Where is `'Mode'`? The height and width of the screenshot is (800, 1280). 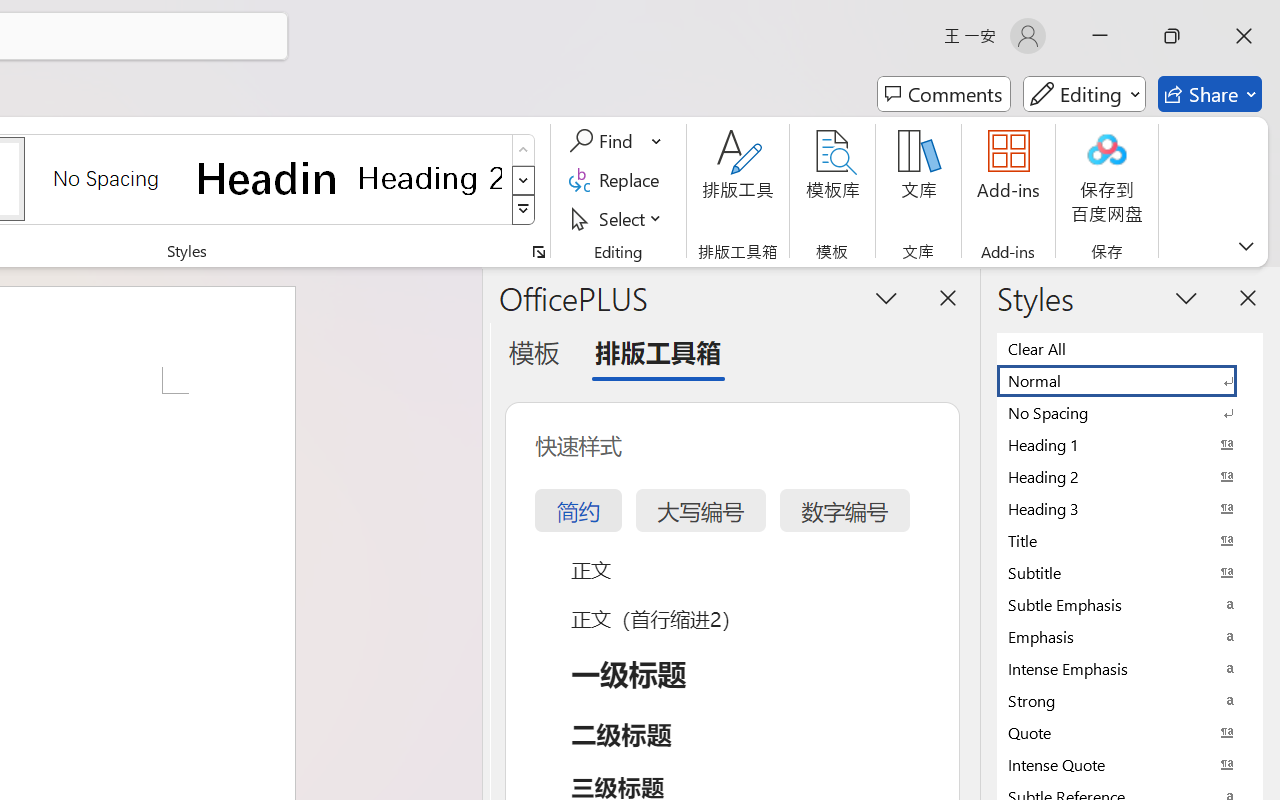
'Mode' is located at coordinates (1083, 94).